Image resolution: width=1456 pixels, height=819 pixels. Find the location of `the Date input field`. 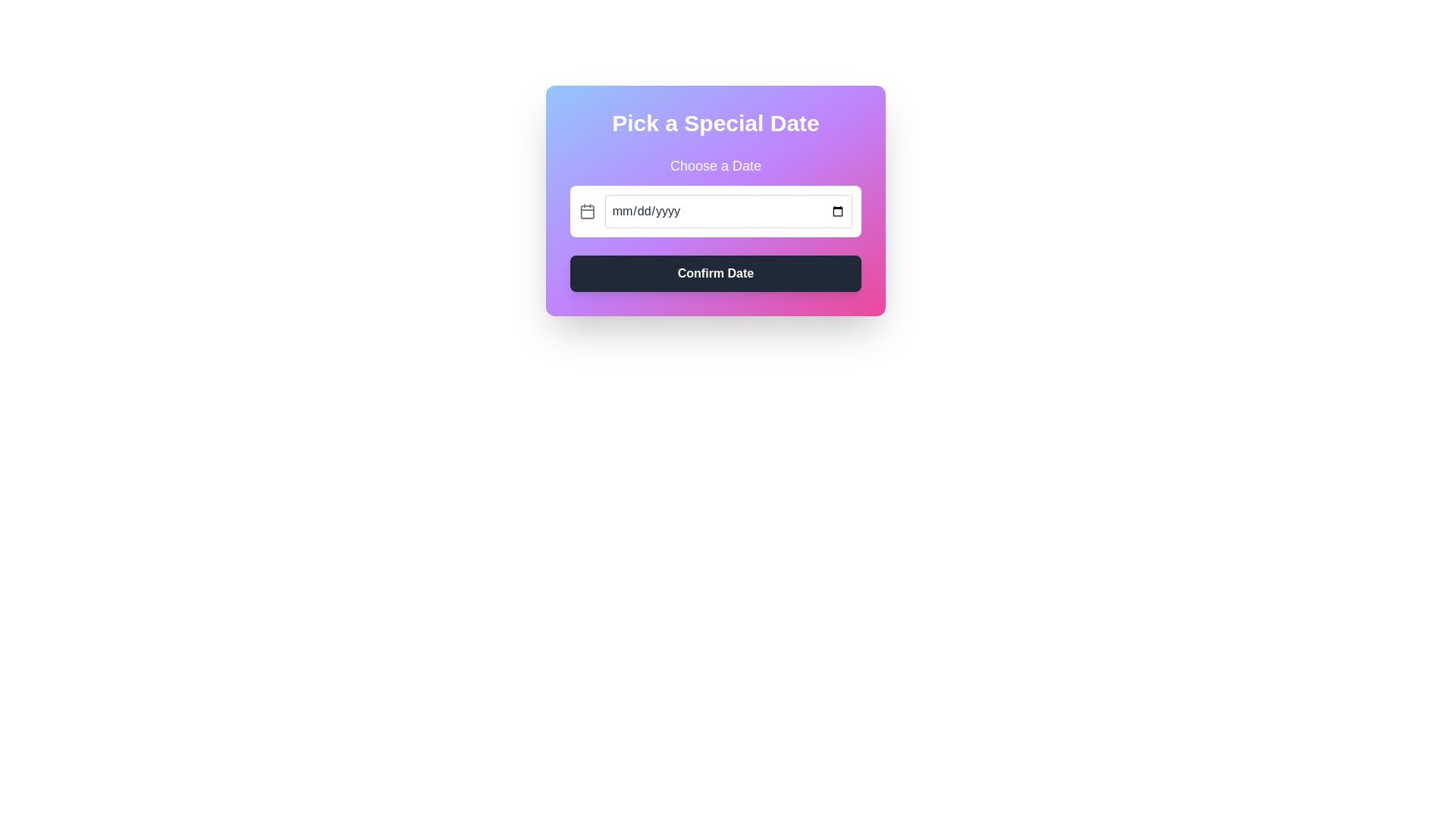

the Date input field is located at coordinates (728, 211).